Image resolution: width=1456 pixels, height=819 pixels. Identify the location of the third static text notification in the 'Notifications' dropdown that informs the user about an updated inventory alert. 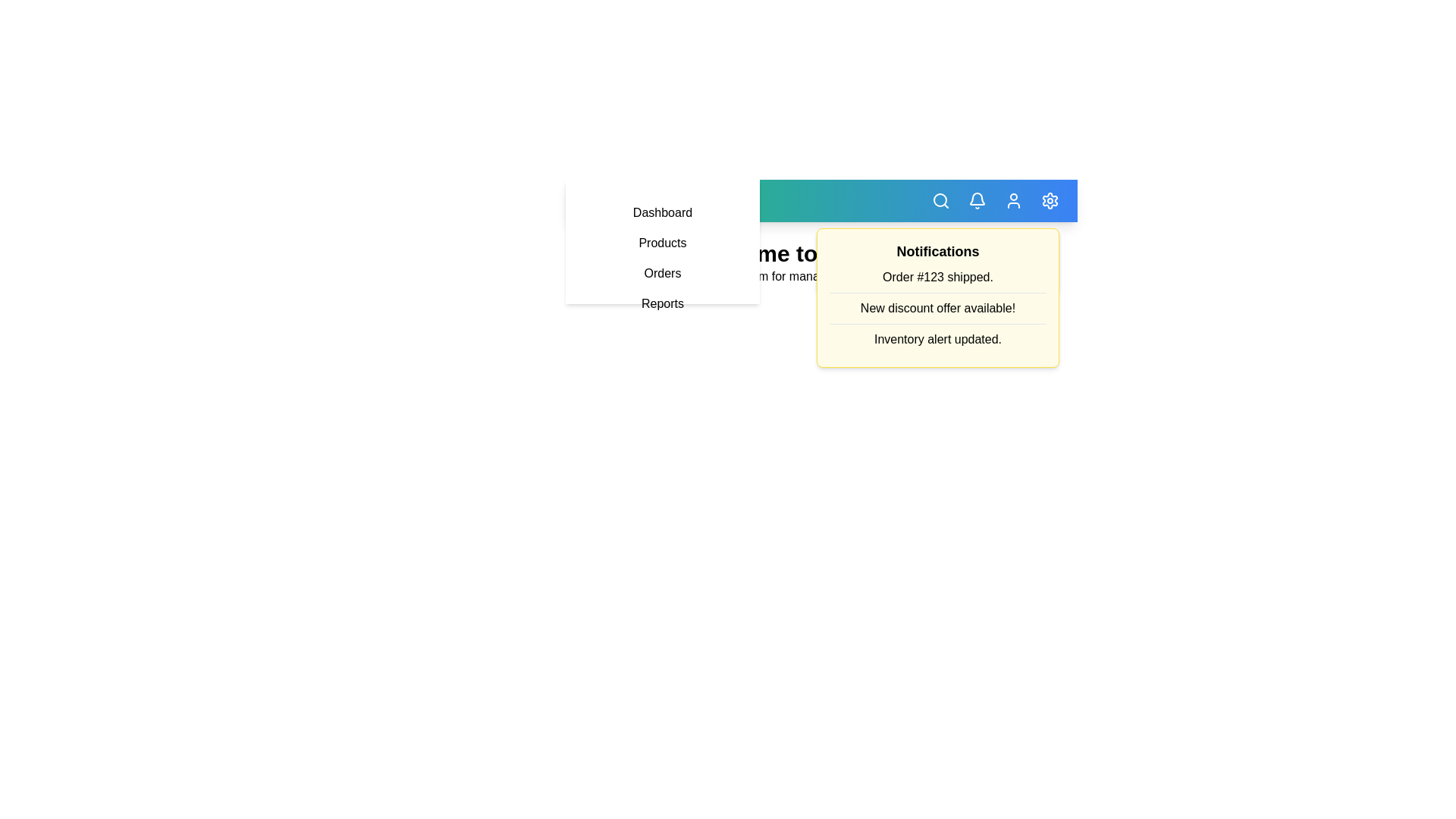
(937, 338).